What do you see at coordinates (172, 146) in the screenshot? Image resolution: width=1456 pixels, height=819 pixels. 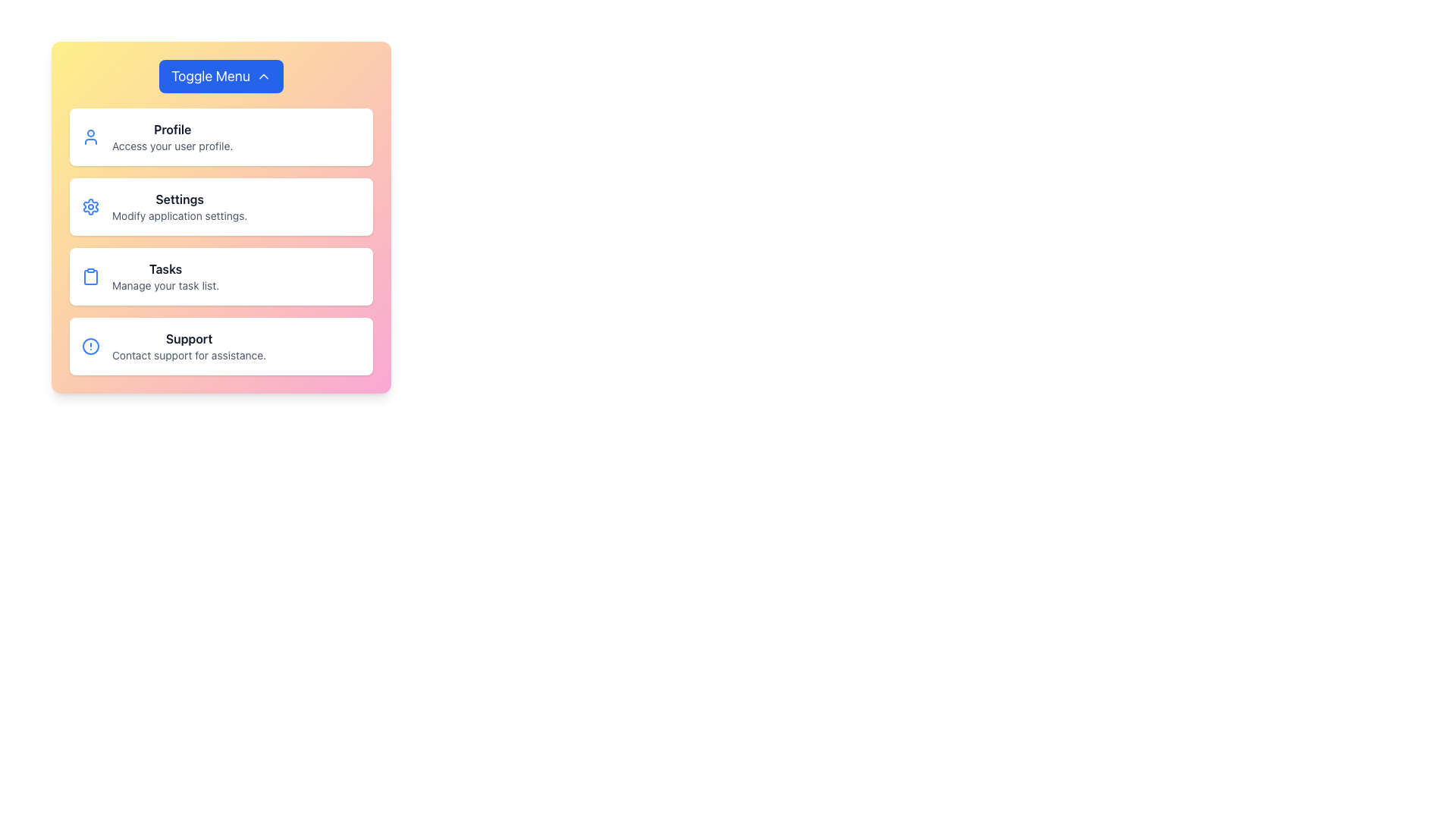 I see `the text label reading 'Access your user profile.' which is styled in gray and located directly below the 'Profile' heading in the menu card` at bounding box center [172, 146].